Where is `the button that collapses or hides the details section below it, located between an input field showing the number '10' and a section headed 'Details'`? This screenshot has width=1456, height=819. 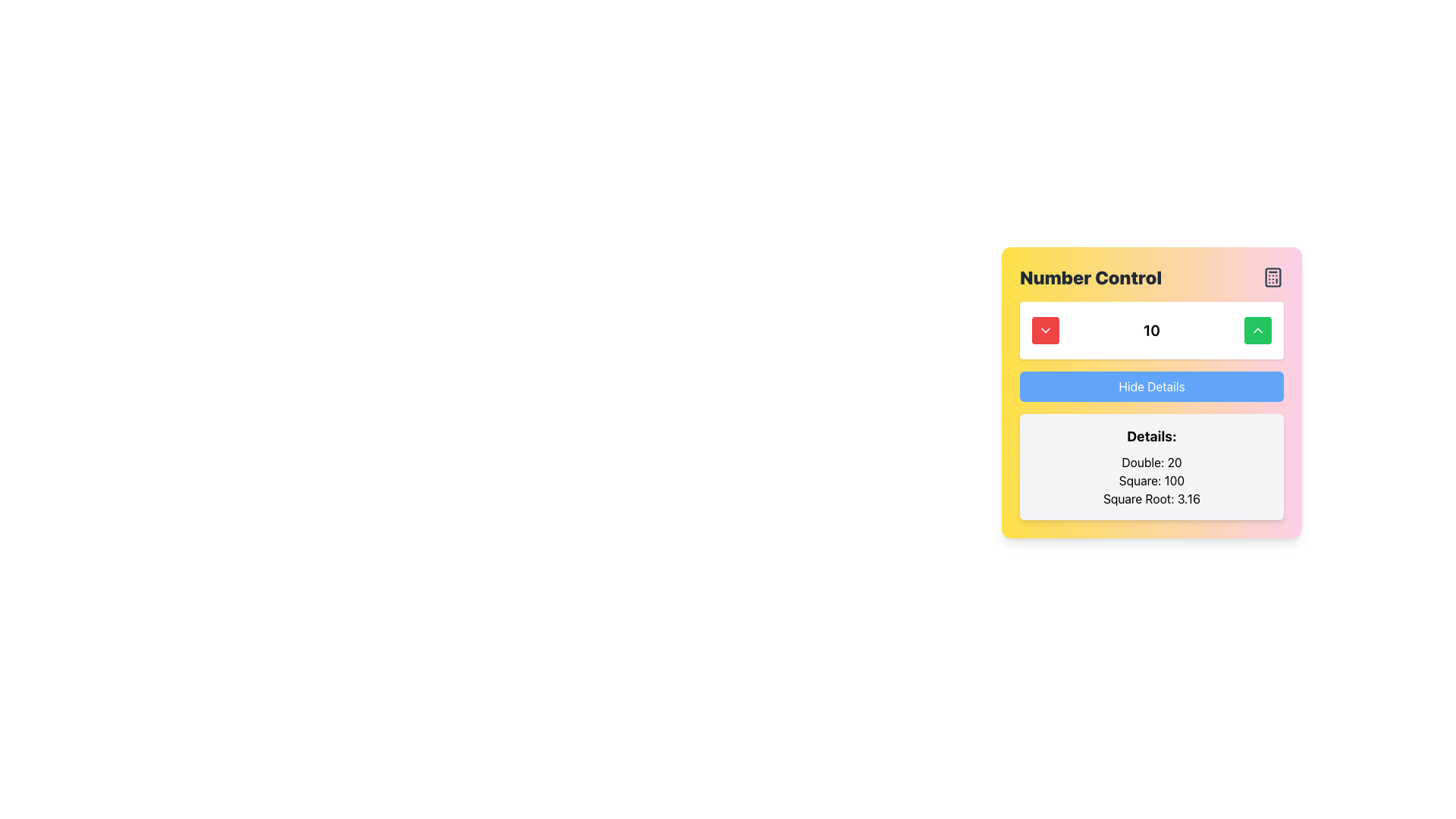
the button that collapses or hides the details section below it, located between an input field showing the number '10' and a section headed 'Details' is located at coordinates (1151, 391).